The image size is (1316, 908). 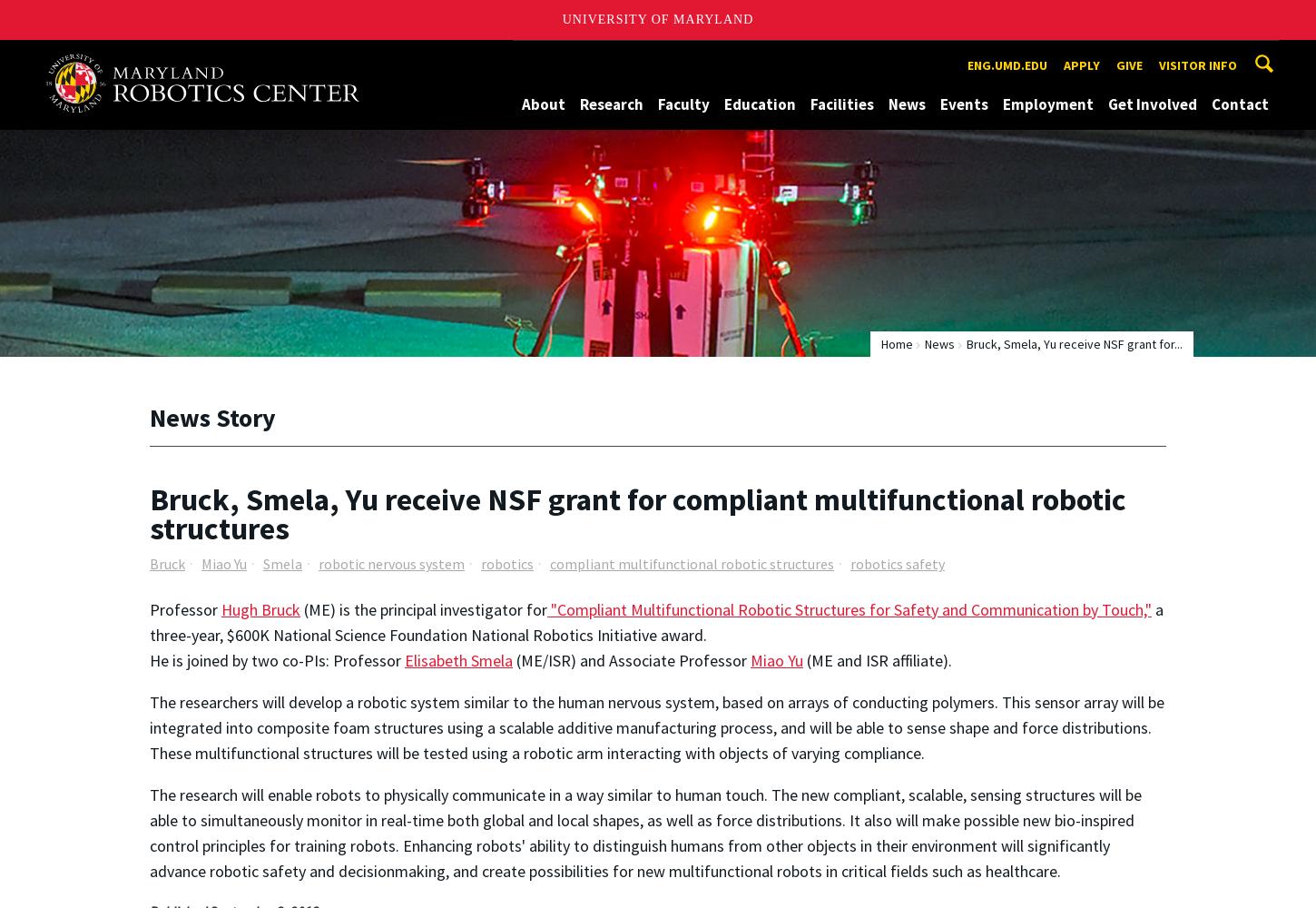 What do you see at coordinates (522, 103) in the screenshot?
I see `'About'` at bounding box center [522, 103].